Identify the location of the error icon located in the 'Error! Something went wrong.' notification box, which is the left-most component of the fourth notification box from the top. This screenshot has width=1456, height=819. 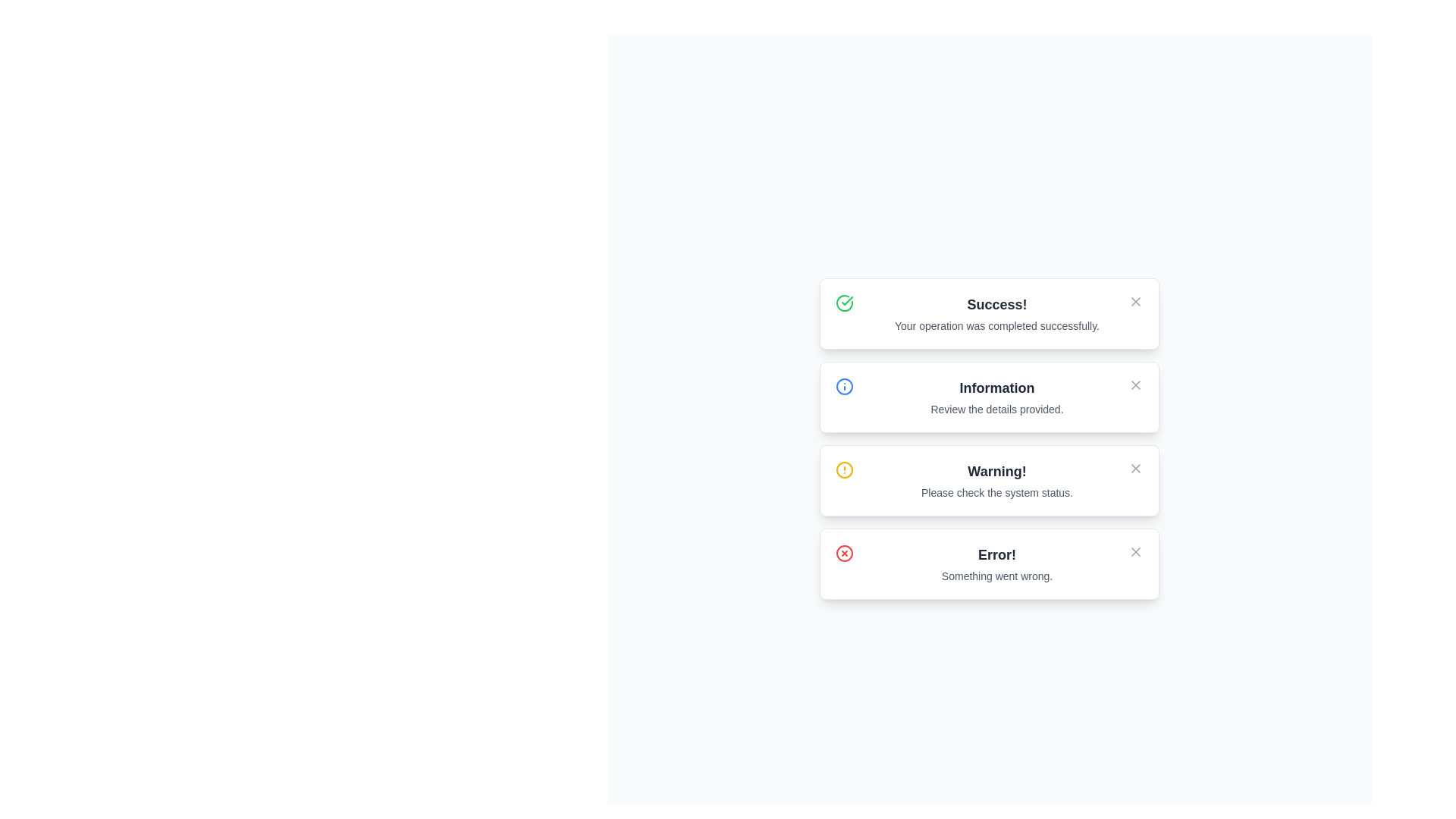
(843, 553).